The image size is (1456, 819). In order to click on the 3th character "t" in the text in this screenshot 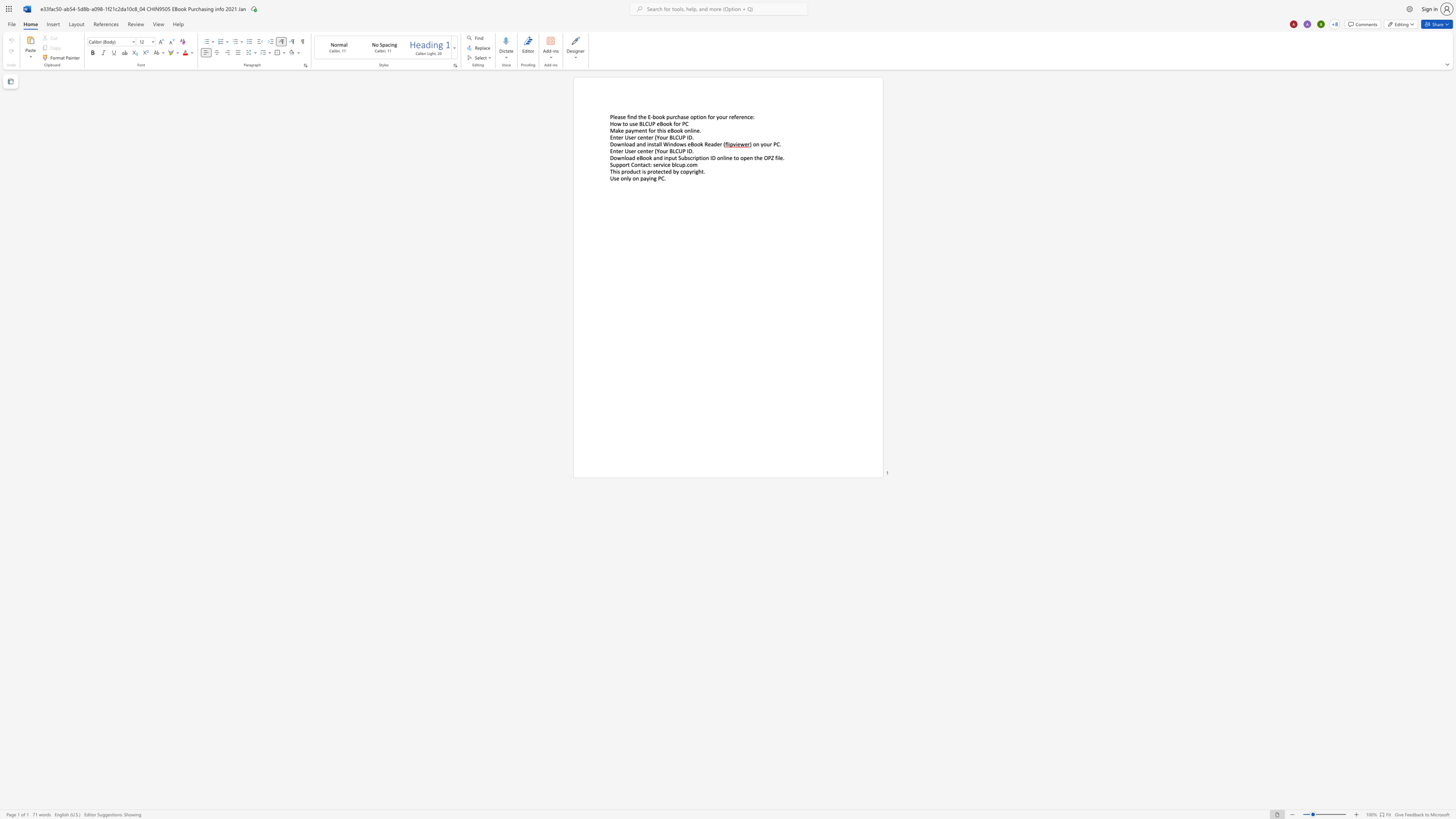, I will do `click(735, 157)`.